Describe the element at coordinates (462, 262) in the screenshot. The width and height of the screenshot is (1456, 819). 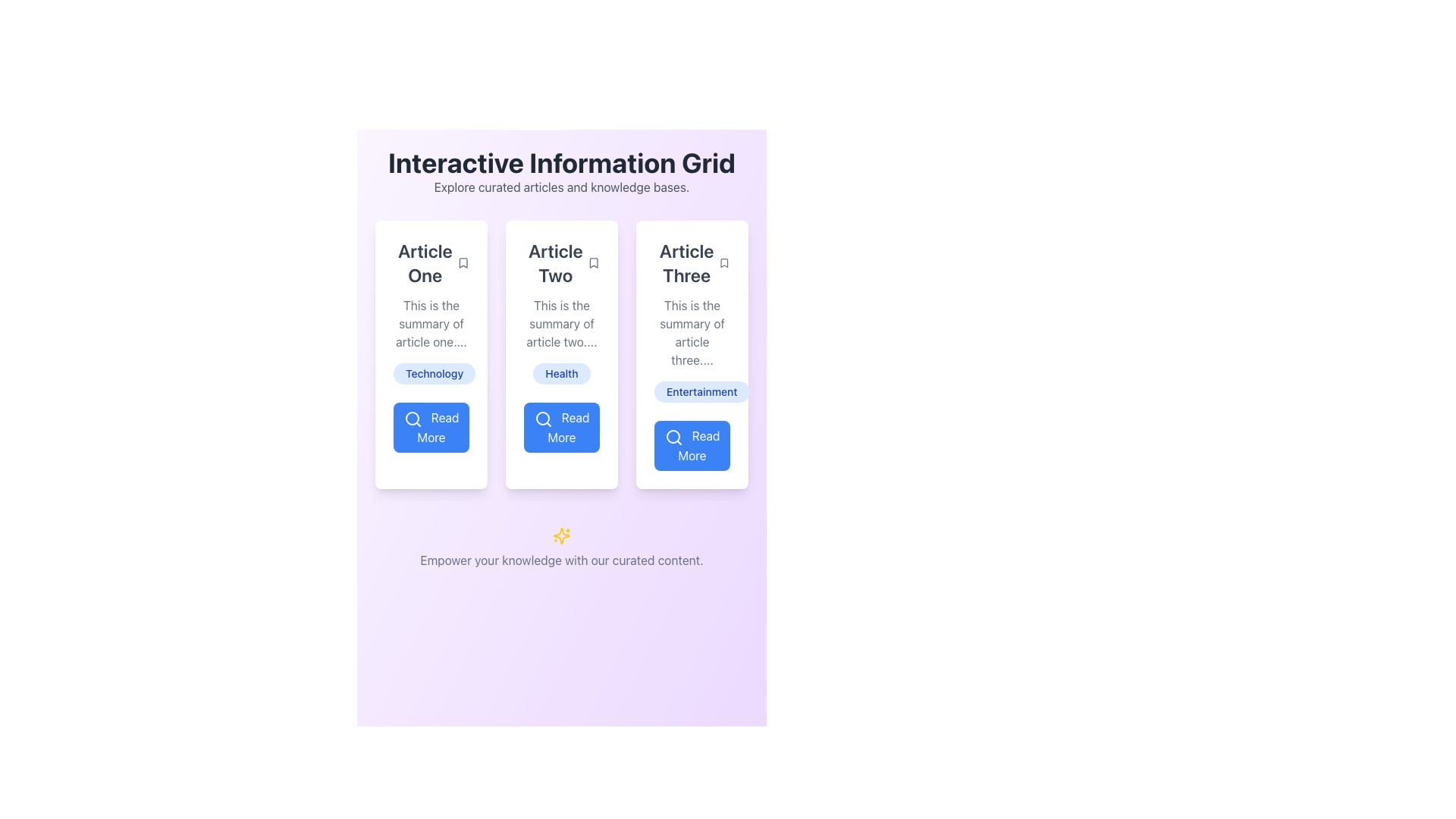
I see `the bookmark icon located within the 'Article One' card, to the right of the main text header at the top of the card to bookmark the article` at that location.